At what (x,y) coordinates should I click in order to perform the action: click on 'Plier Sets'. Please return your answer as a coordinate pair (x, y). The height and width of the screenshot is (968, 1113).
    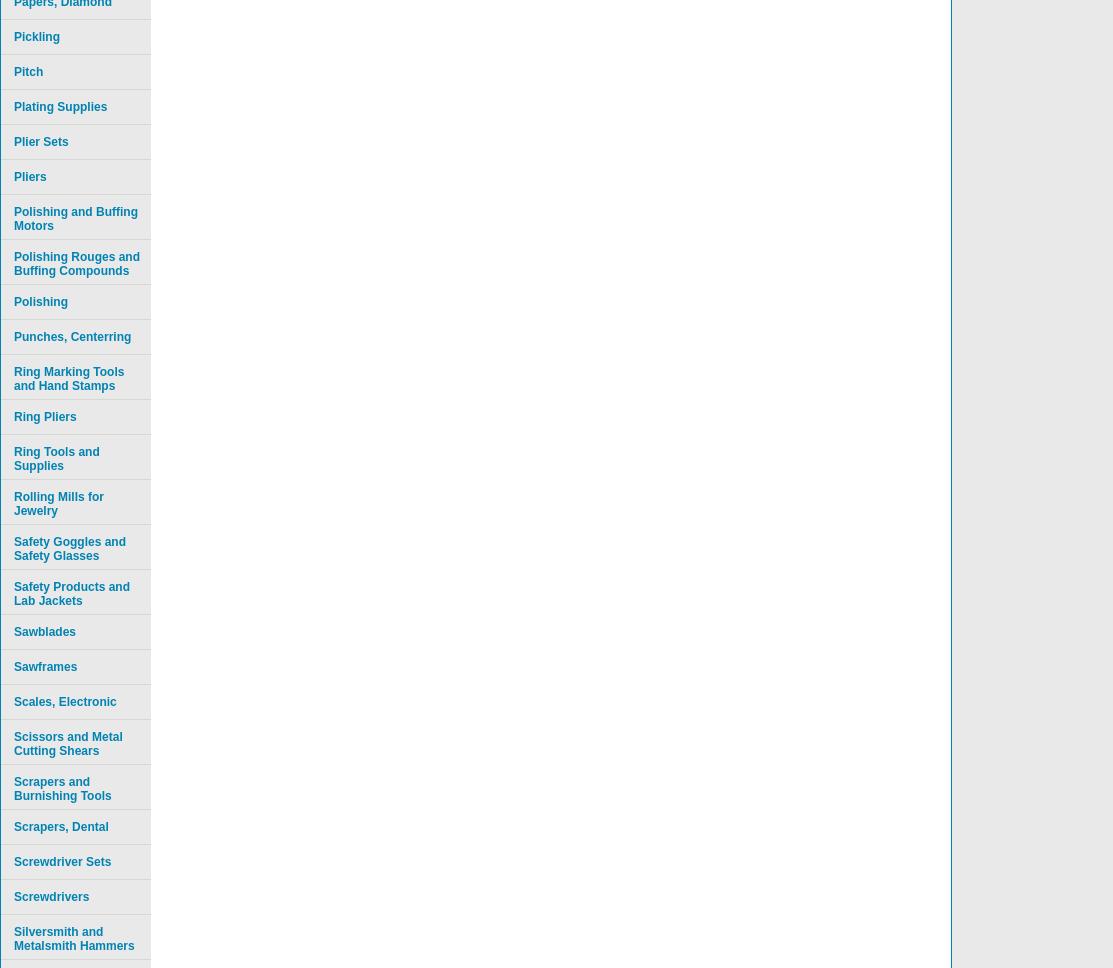
    Looking at the image, I should click on (40, 141).